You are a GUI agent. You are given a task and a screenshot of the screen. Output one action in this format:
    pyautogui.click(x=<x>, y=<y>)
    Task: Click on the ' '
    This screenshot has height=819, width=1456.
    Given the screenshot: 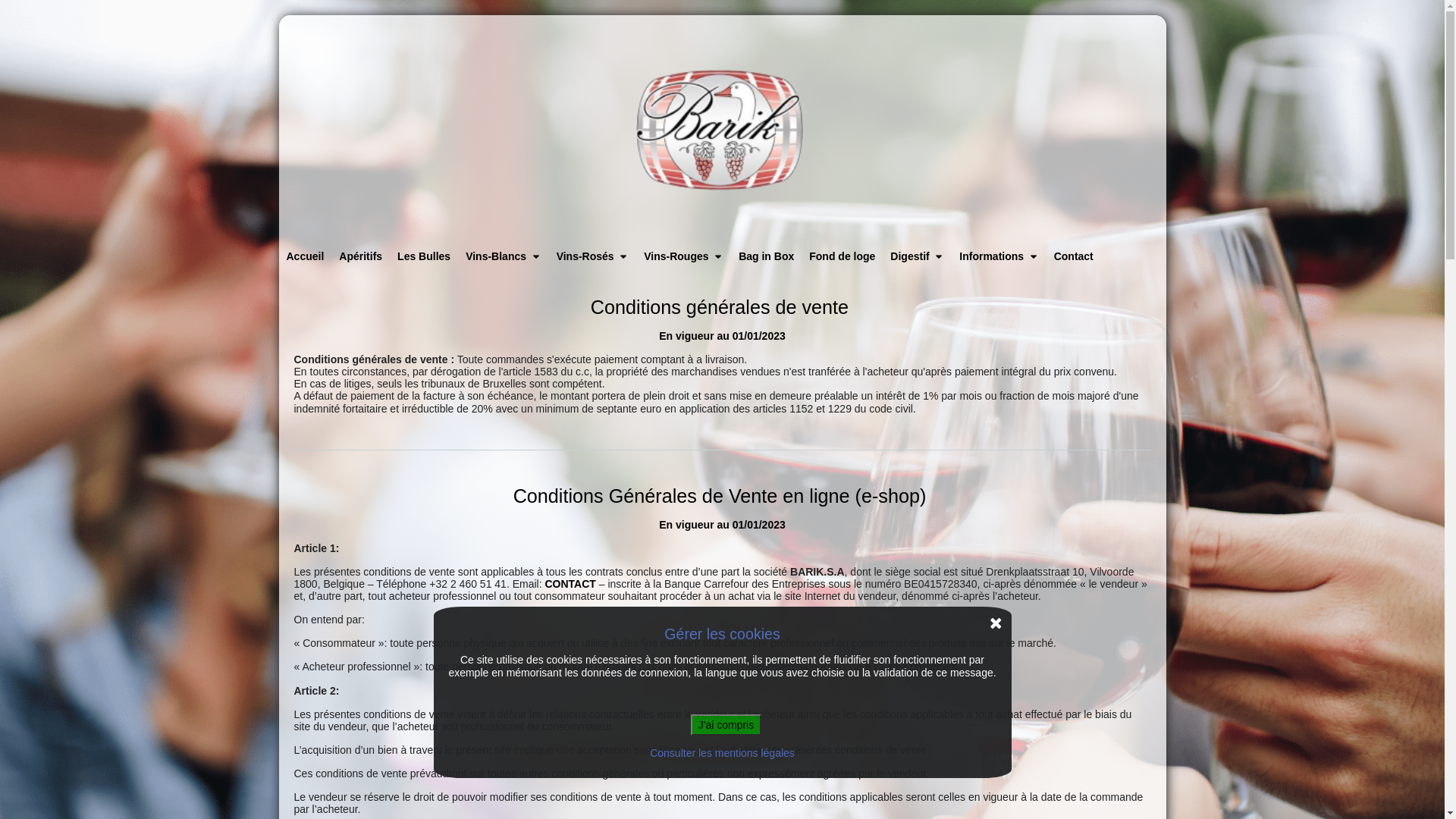 What is the action you would take?
    pyautogui.click(x=722, y=127)
    